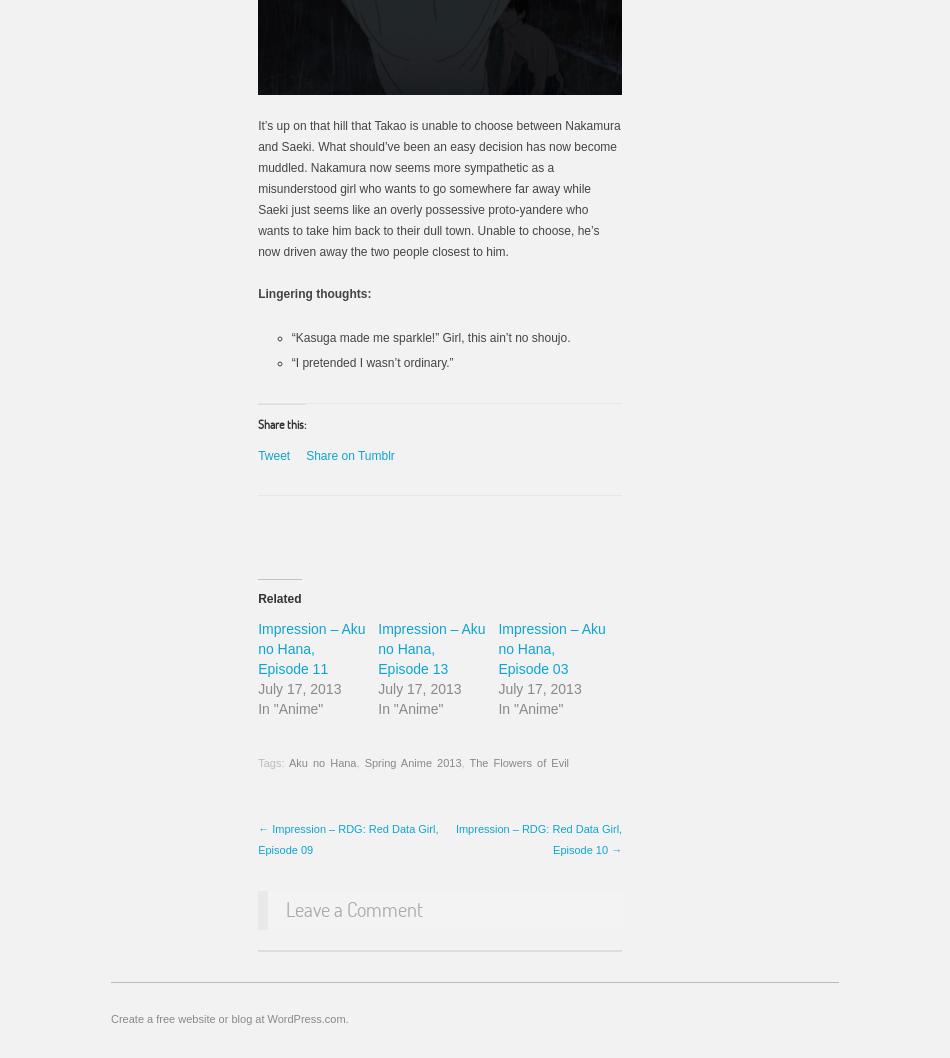  What do you see at coordinates (353, 907) in the screenshot?
I see `'Leave a Comment'` at bounding box center [353, 907].